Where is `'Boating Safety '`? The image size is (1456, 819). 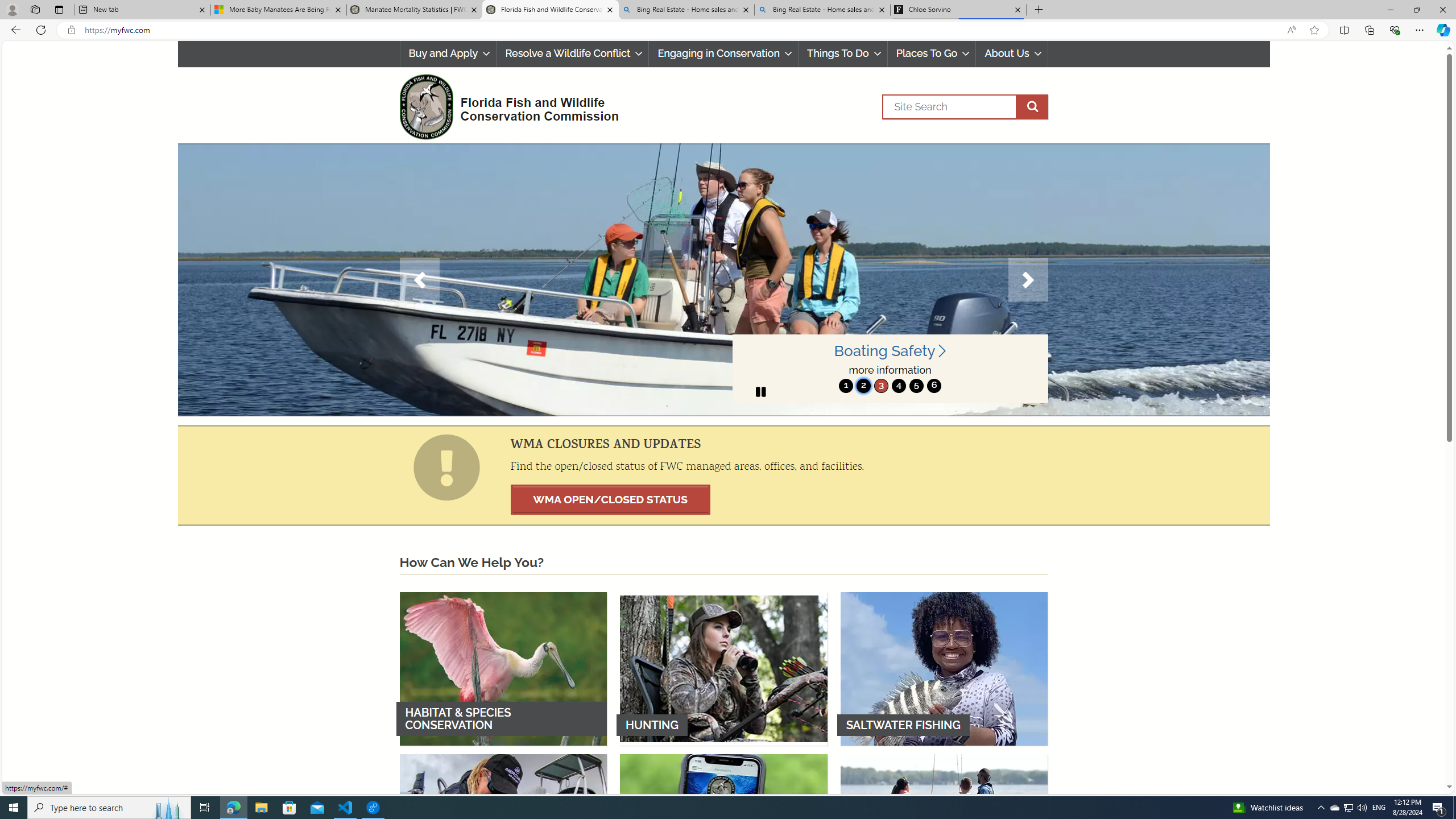
'Boating Safety ' is located at coordinates (890, 350).